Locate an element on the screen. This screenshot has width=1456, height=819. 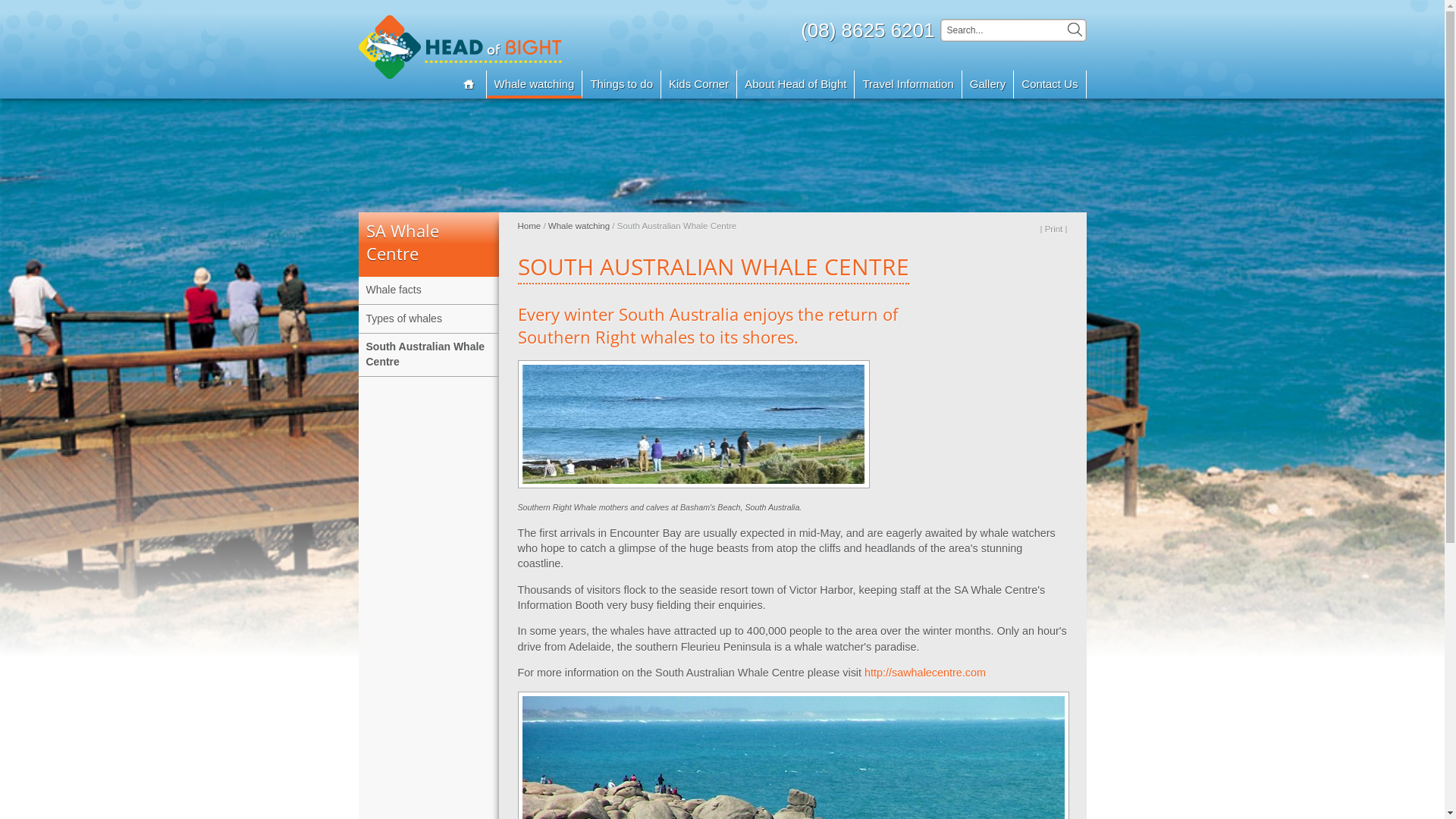
'Whale watching' is located at coordinates (578, 225).